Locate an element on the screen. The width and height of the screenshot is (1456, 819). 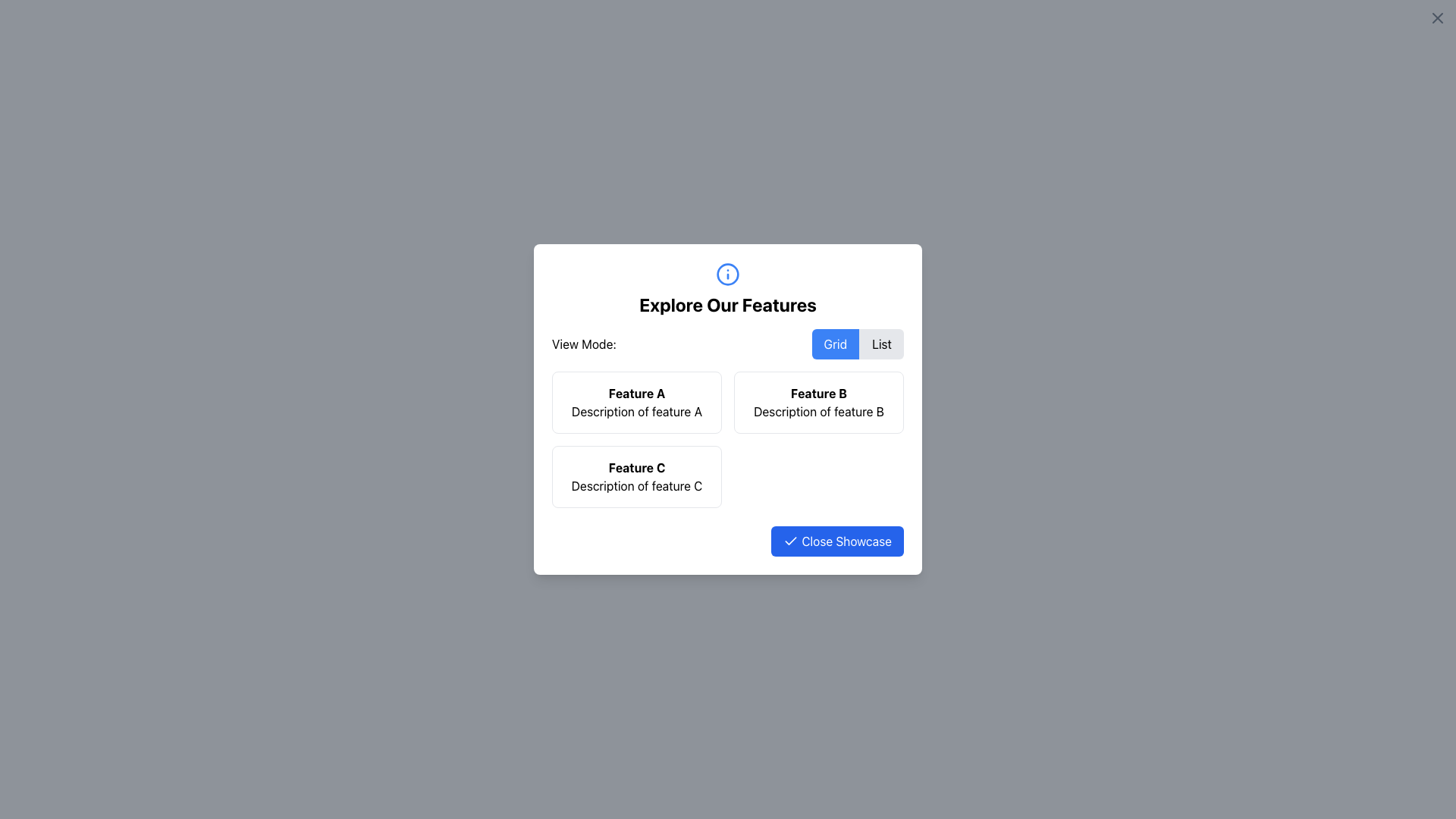
the close button located at the top-right corner of the modal dialog to change its icon color is located at coordinates (1437, 17).